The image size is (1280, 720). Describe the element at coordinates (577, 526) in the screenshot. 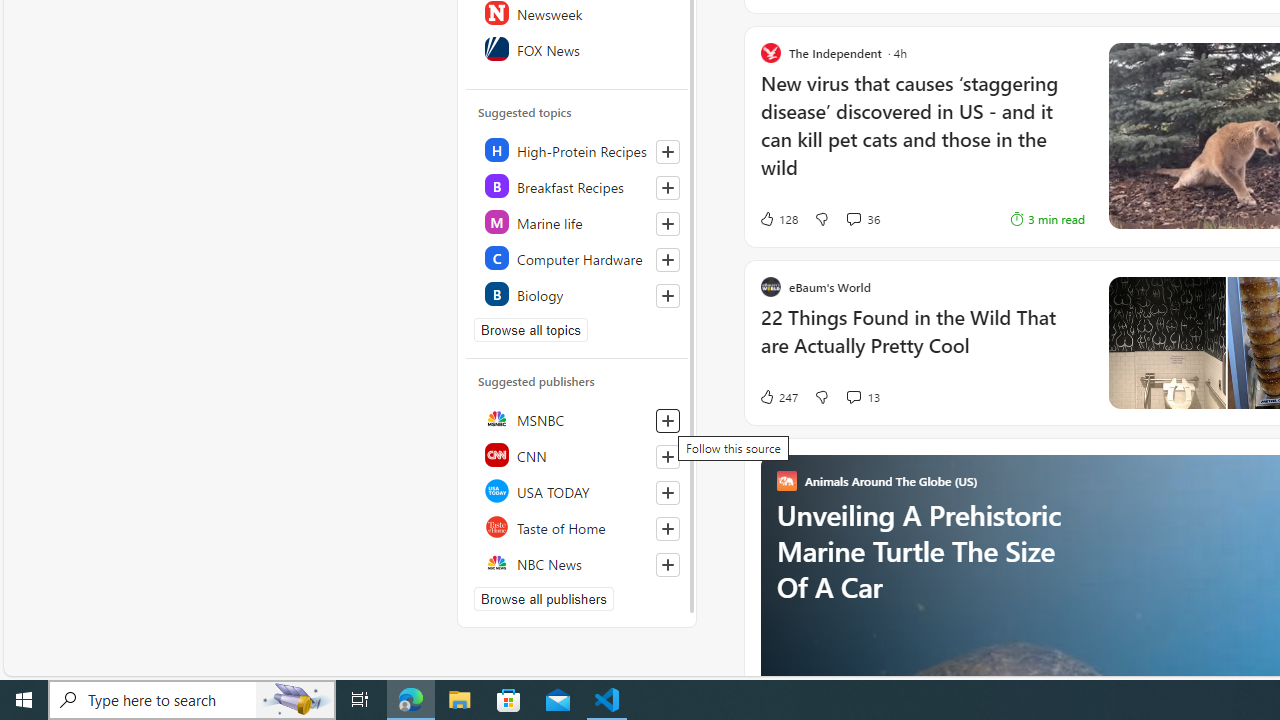

I see `'Taste of Home'` at that location.